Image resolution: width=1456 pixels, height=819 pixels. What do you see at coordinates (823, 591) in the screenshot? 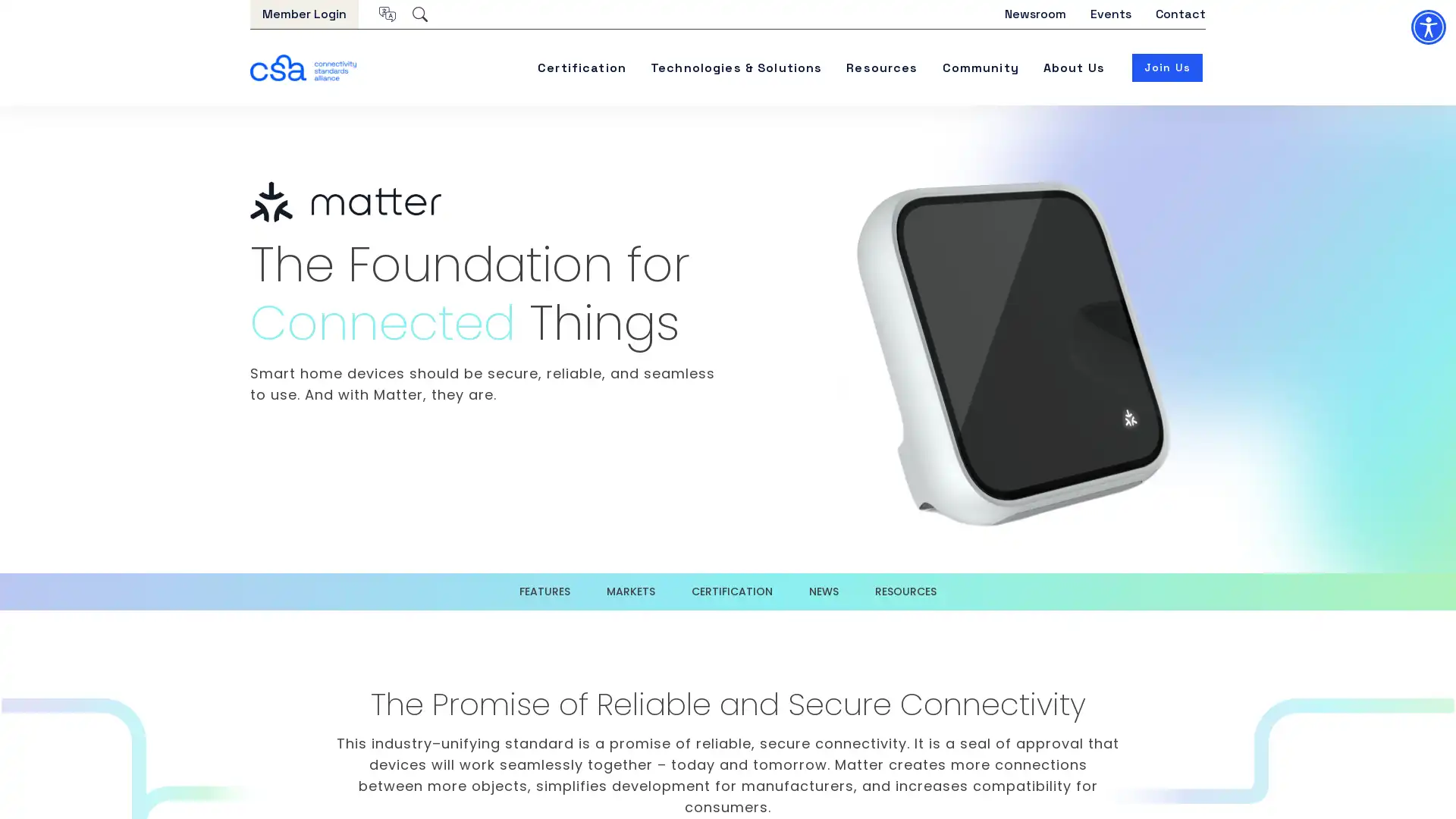
I see `NEWS` at bounding box center [823, 591].